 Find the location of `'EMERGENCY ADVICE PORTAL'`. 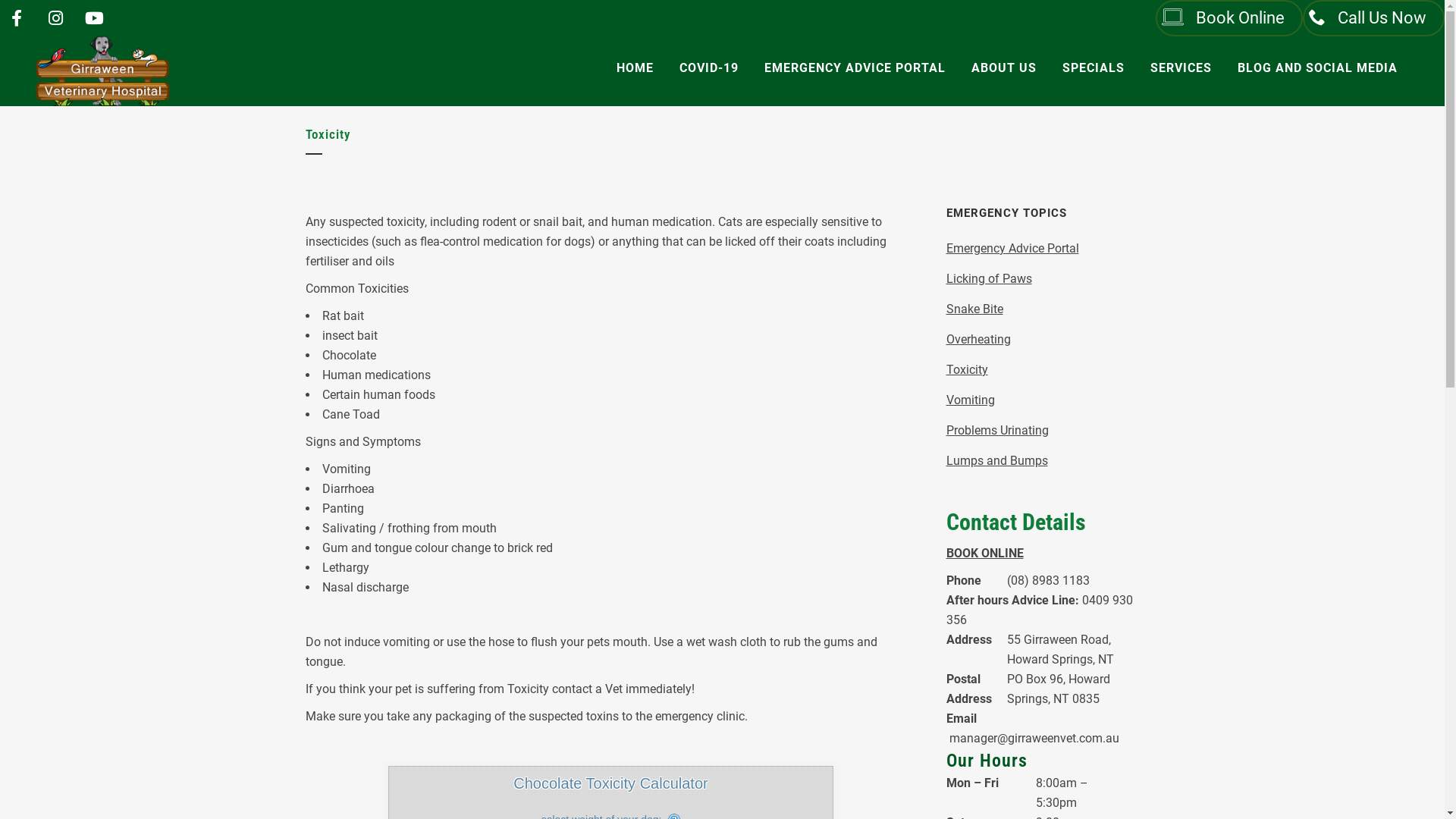

'EMERGENCY ADVICE PORTAL' is located at coordinates (751, 67).